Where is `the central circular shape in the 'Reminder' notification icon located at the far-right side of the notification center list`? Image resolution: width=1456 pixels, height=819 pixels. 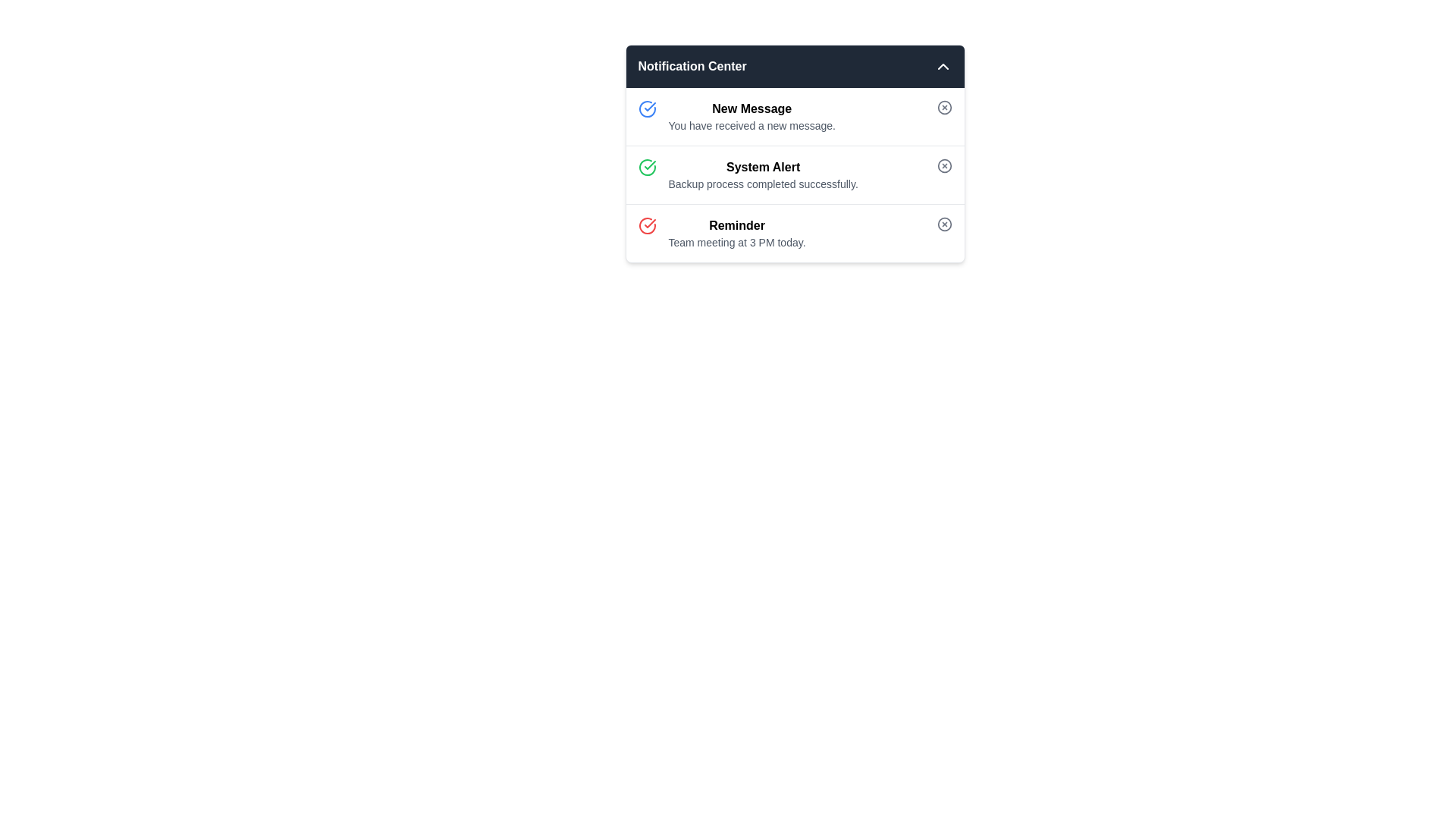
the central circular shape in the 'Reminder' notification icon located at the far-right side of the notification center list is located at coordinates (943, 224).